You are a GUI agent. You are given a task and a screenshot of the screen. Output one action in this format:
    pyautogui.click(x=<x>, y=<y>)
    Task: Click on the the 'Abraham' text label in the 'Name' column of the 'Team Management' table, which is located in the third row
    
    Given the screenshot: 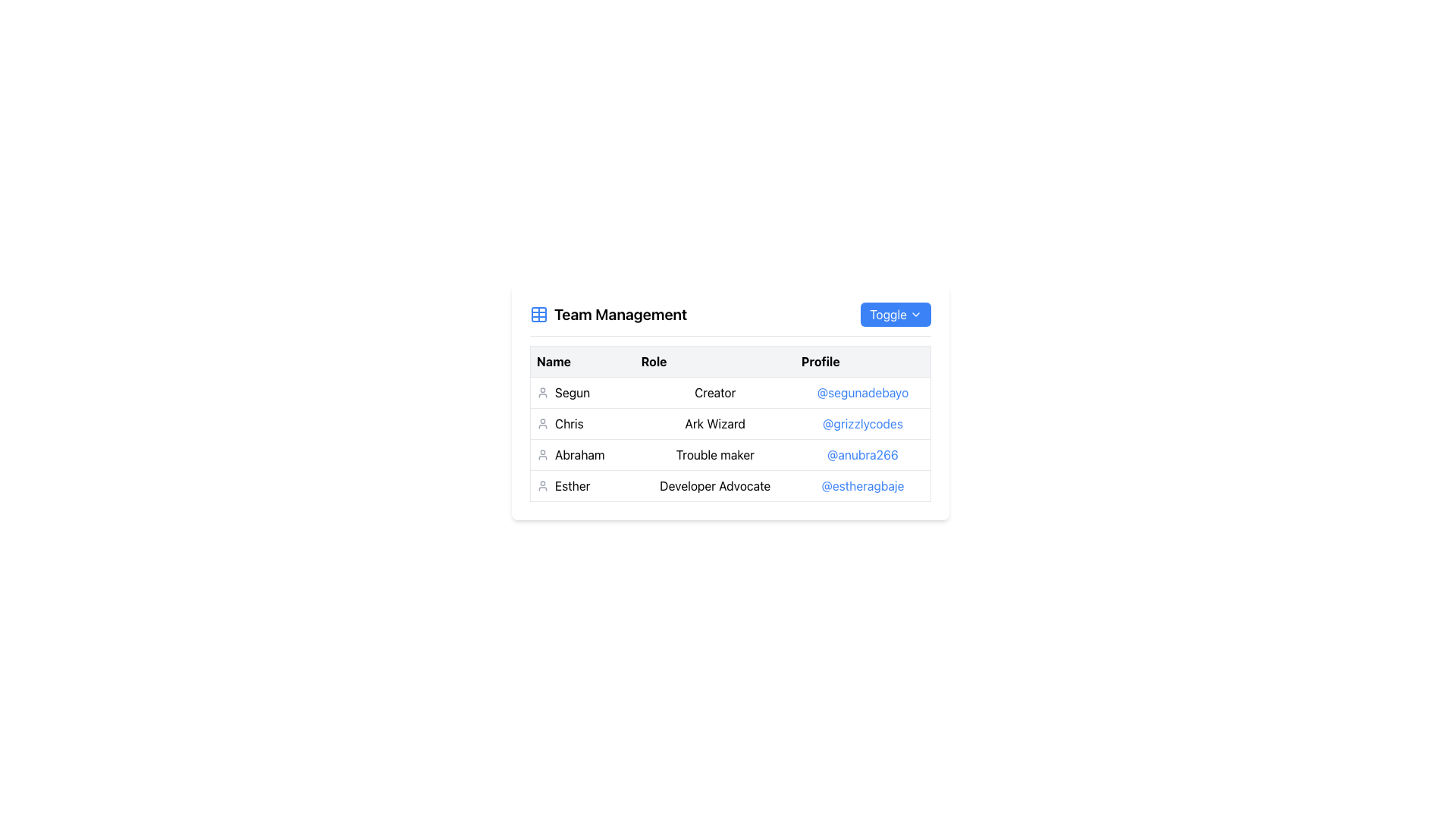 What is the action you would take?
    pyautogui.click(x=582, y=454)
    